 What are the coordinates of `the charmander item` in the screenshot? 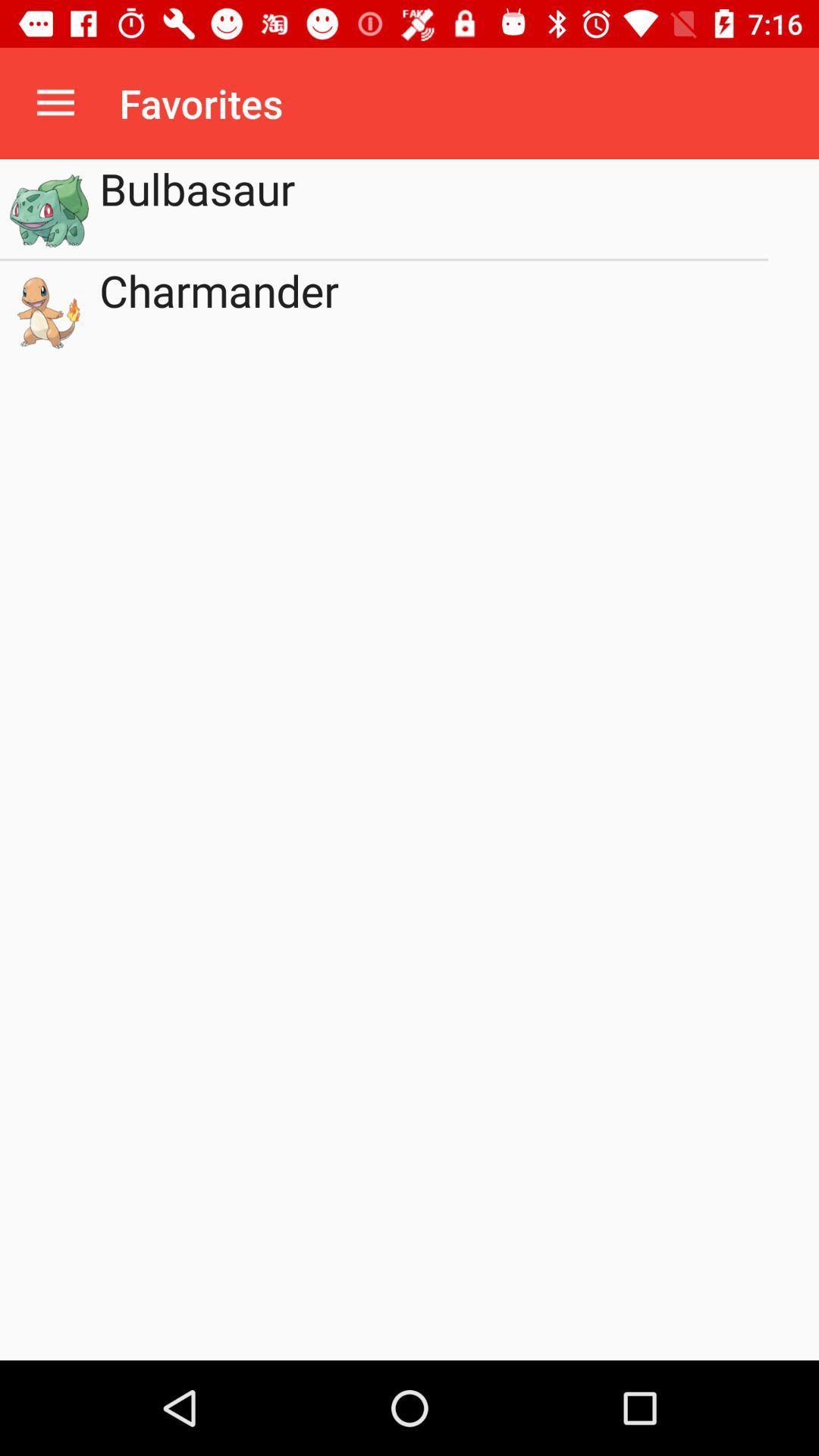 It's located at (434, 309).